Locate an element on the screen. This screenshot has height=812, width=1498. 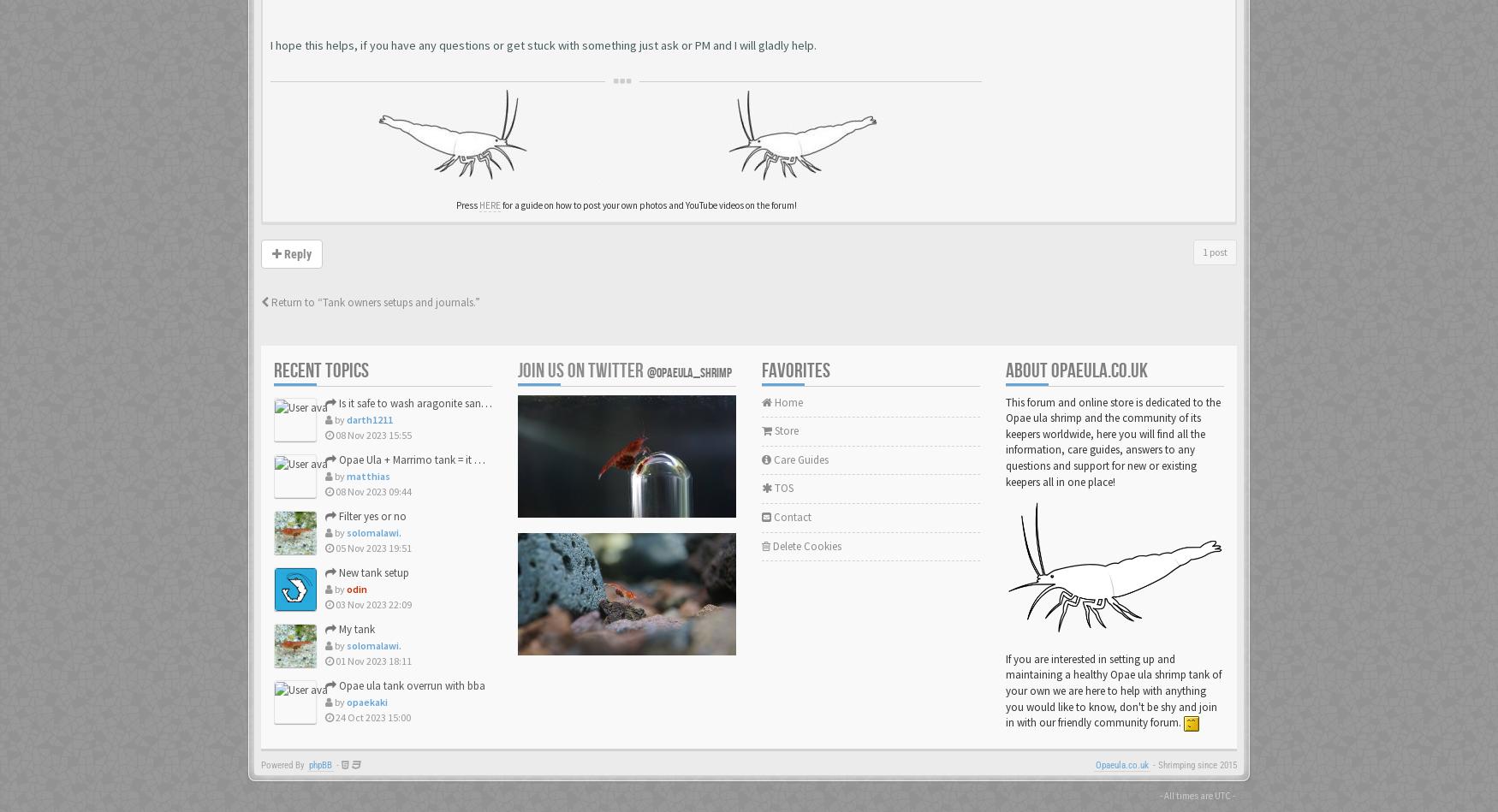
'@opaeula_shrimp' is located at coordinates (688, 372).